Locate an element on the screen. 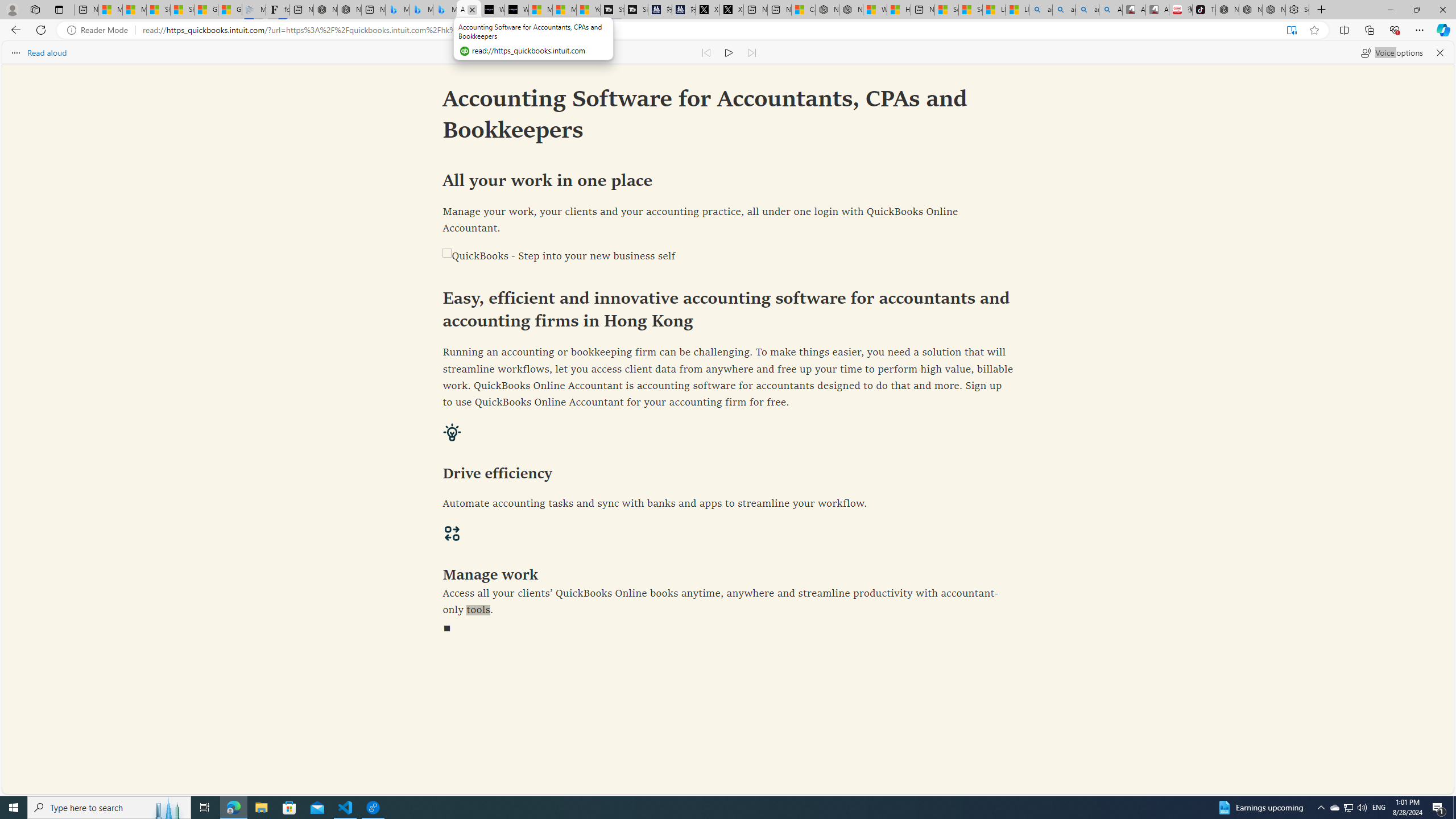 The image size is (1456, 819). 'Read previous paragraph' is located at coordinates (705, 52).